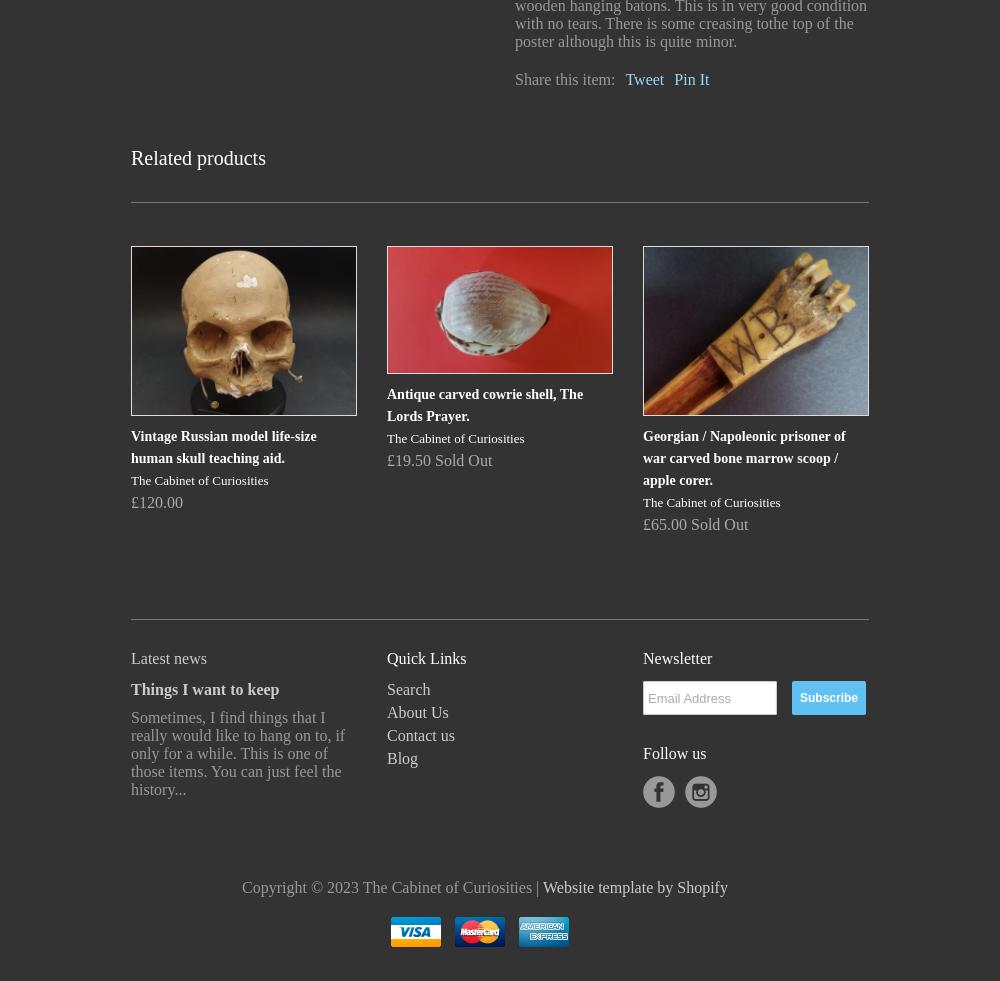  I want to click on 'Pin It', so click(690, 78).